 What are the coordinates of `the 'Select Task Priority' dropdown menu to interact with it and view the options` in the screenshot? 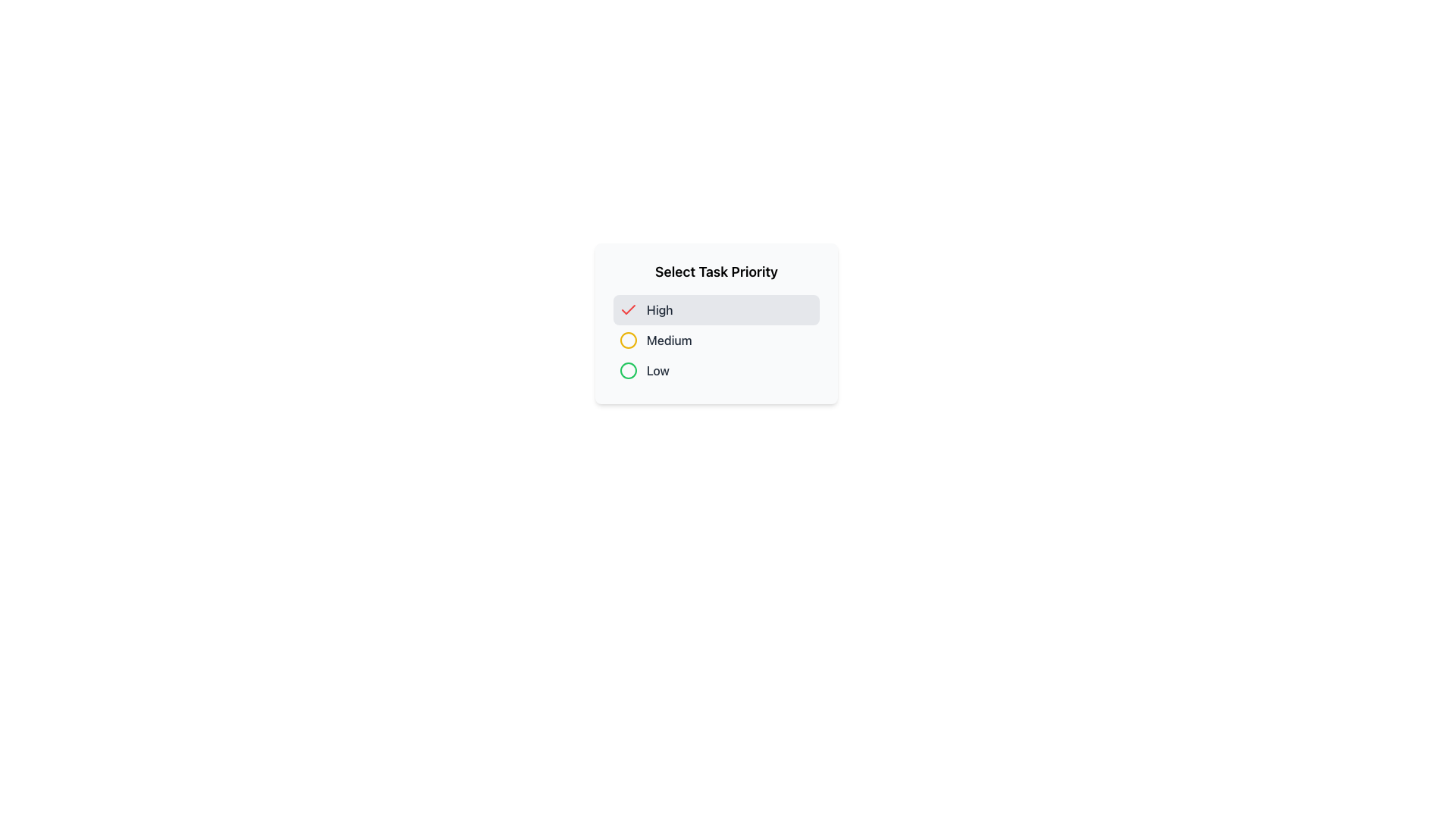 It's located at (716, 323).